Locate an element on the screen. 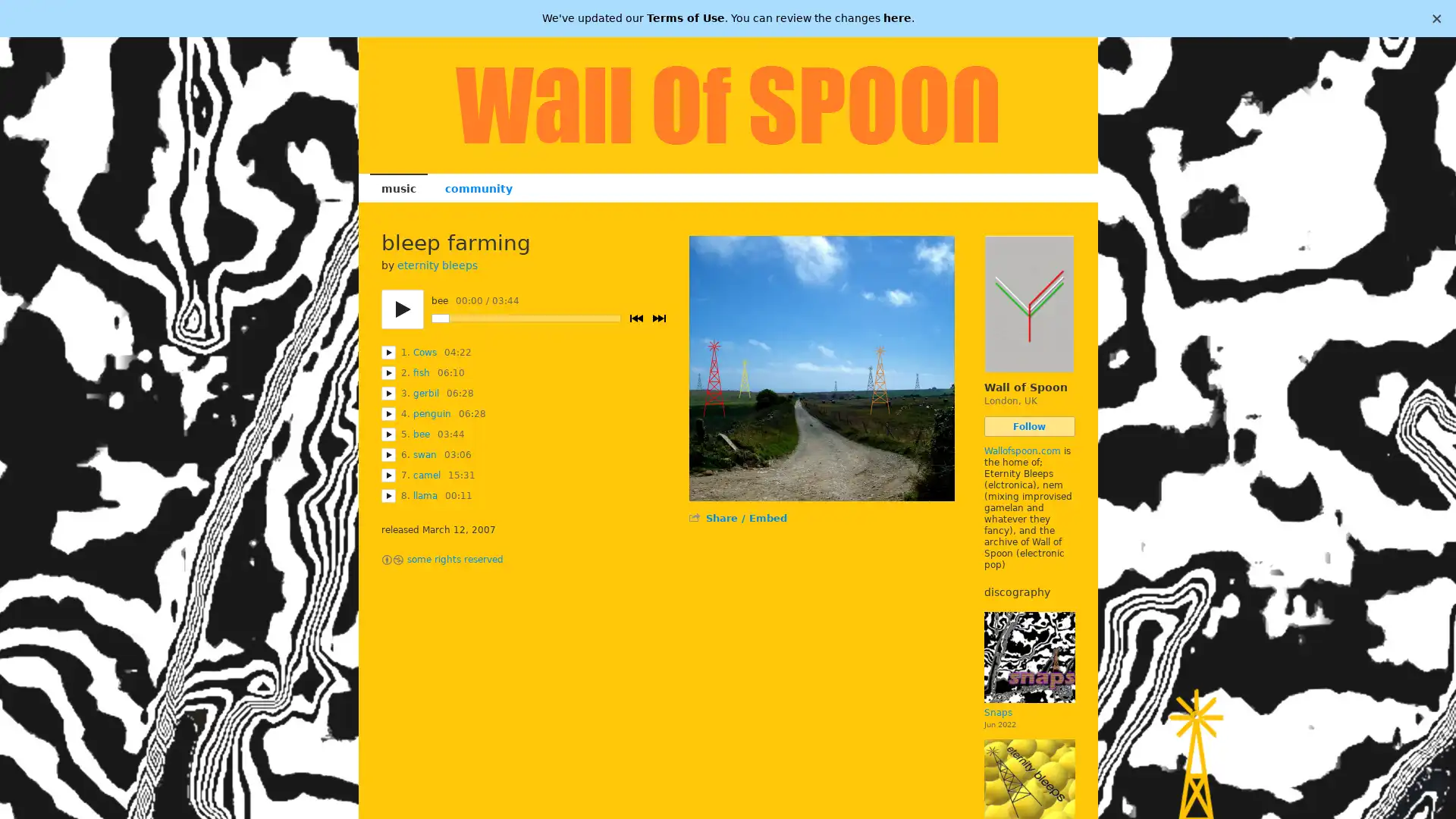 Image resolution: width=1456 pixels, height=819 pixels. Play bee is located at coordinates (388, 435).